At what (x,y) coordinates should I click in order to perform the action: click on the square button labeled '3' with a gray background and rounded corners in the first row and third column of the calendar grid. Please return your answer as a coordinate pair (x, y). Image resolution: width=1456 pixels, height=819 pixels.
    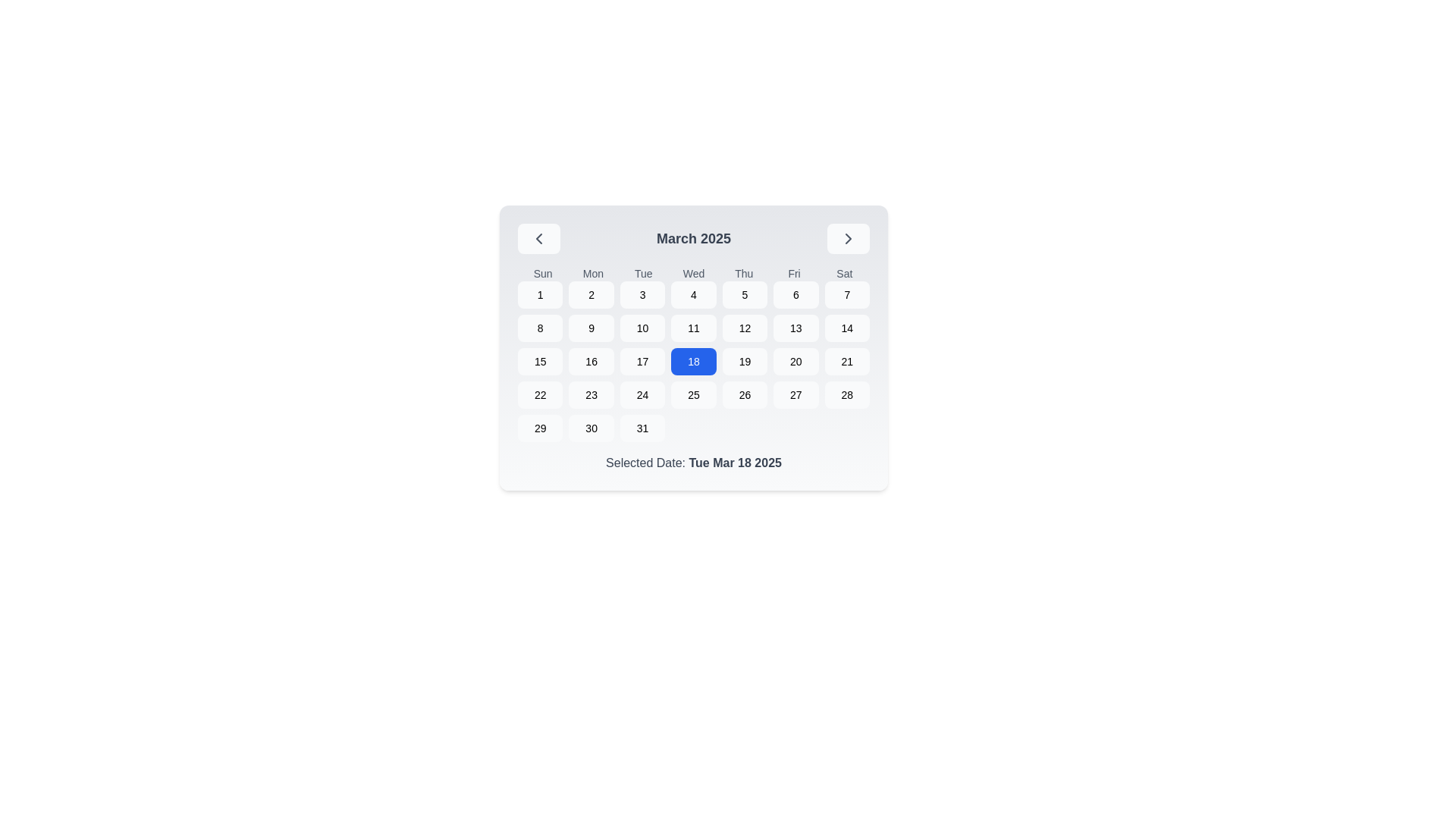
    Looking at the image, I should click on (642, 295).